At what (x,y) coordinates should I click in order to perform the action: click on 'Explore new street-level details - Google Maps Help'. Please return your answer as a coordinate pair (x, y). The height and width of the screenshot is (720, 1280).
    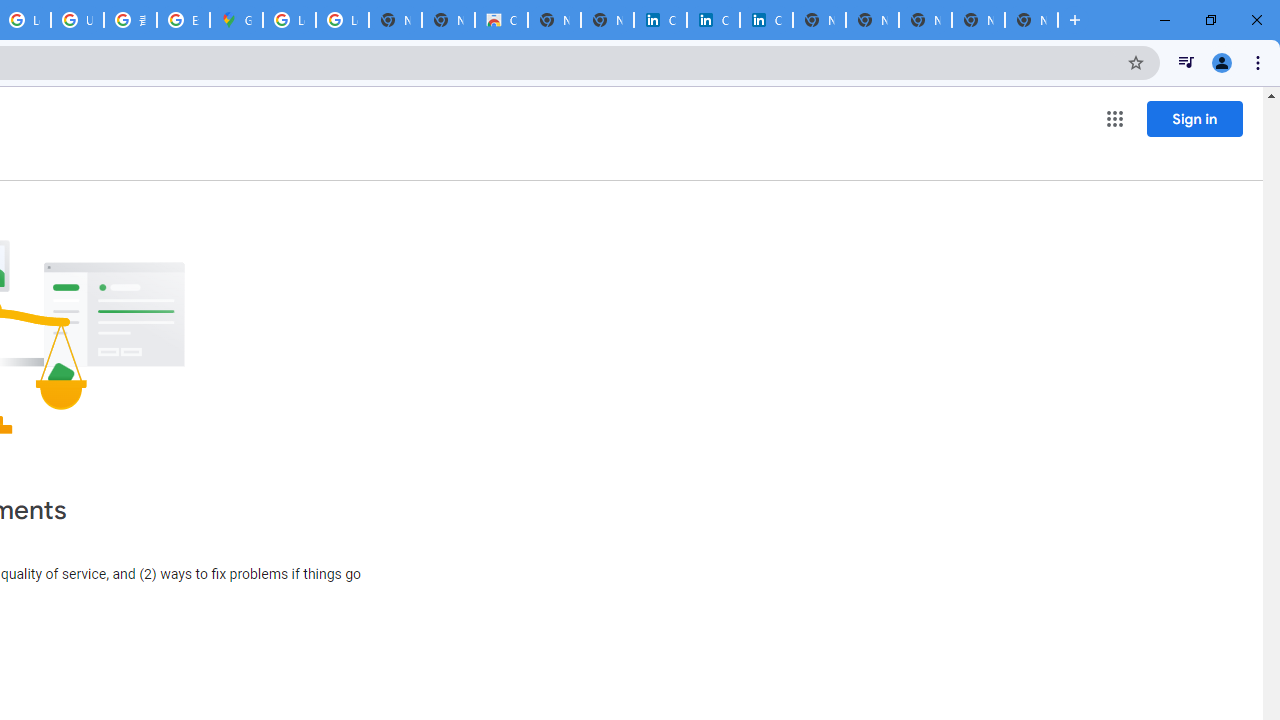
    Looking at the image, I should click on (183, 20).